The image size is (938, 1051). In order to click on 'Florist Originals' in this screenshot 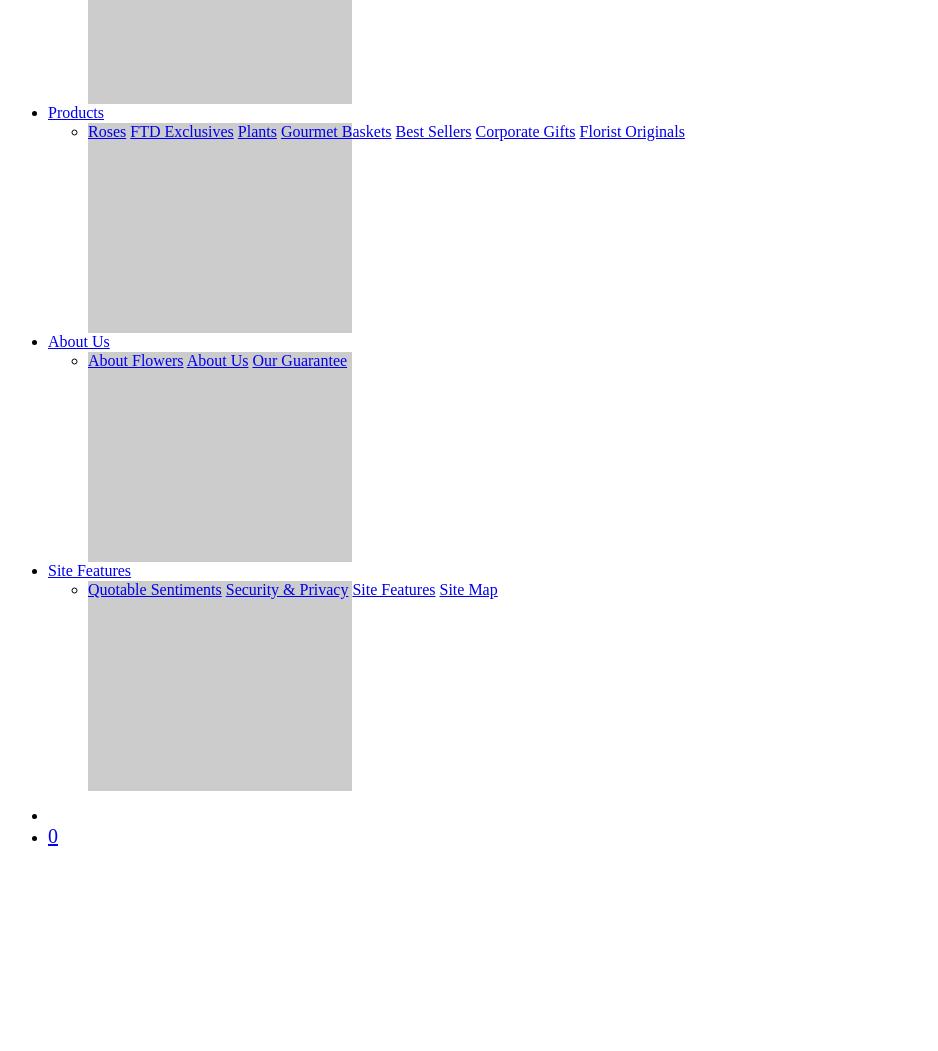, I will do `click(578, 130)`.